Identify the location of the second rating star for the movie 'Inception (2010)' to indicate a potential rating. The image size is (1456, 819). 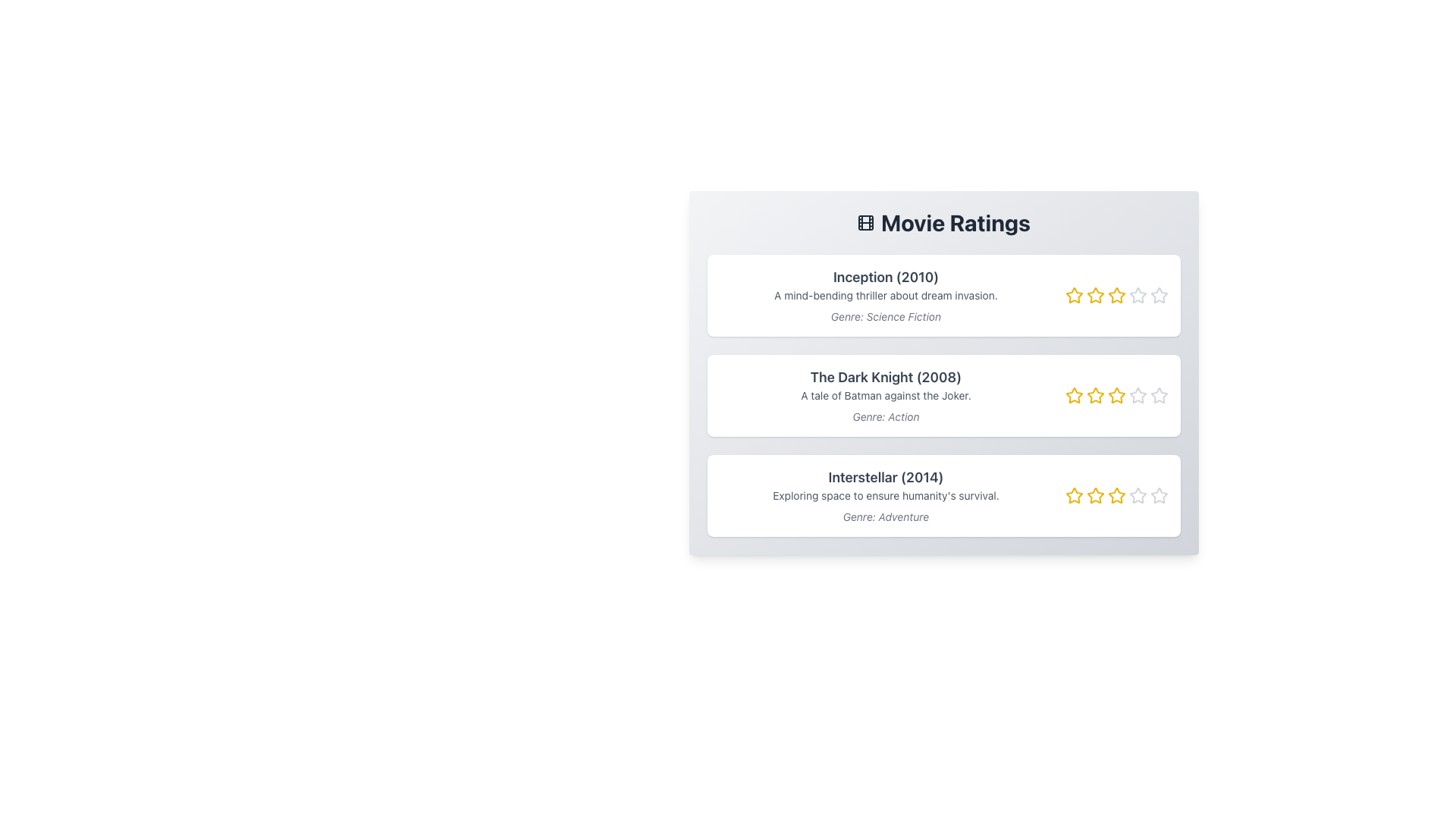
(1095, 295).